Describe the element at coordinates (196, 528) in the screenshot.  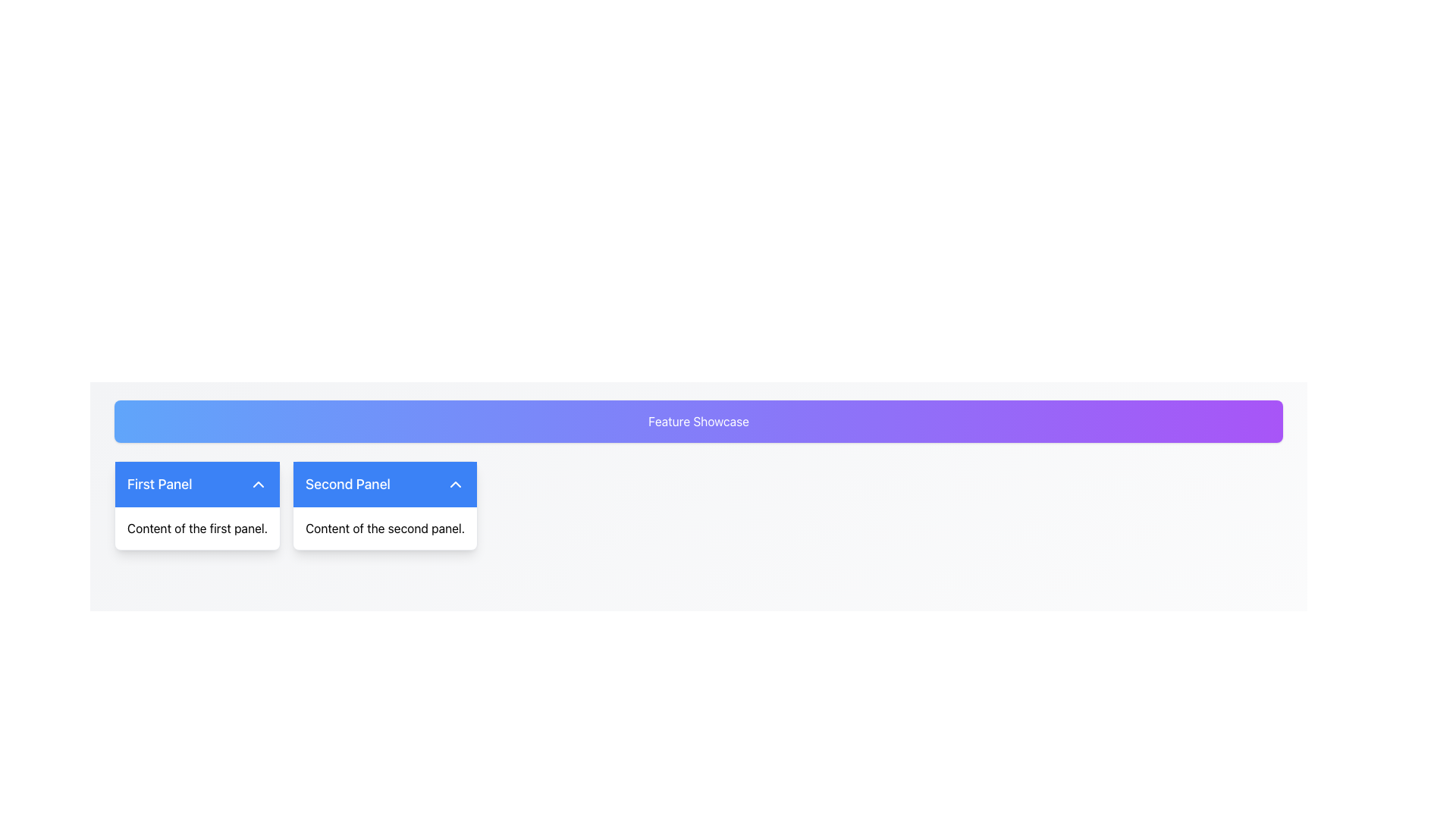
I see `the Text Display Box located below the title bar of the 'First Panel' which displays descriptive information related to the panel` at that location.